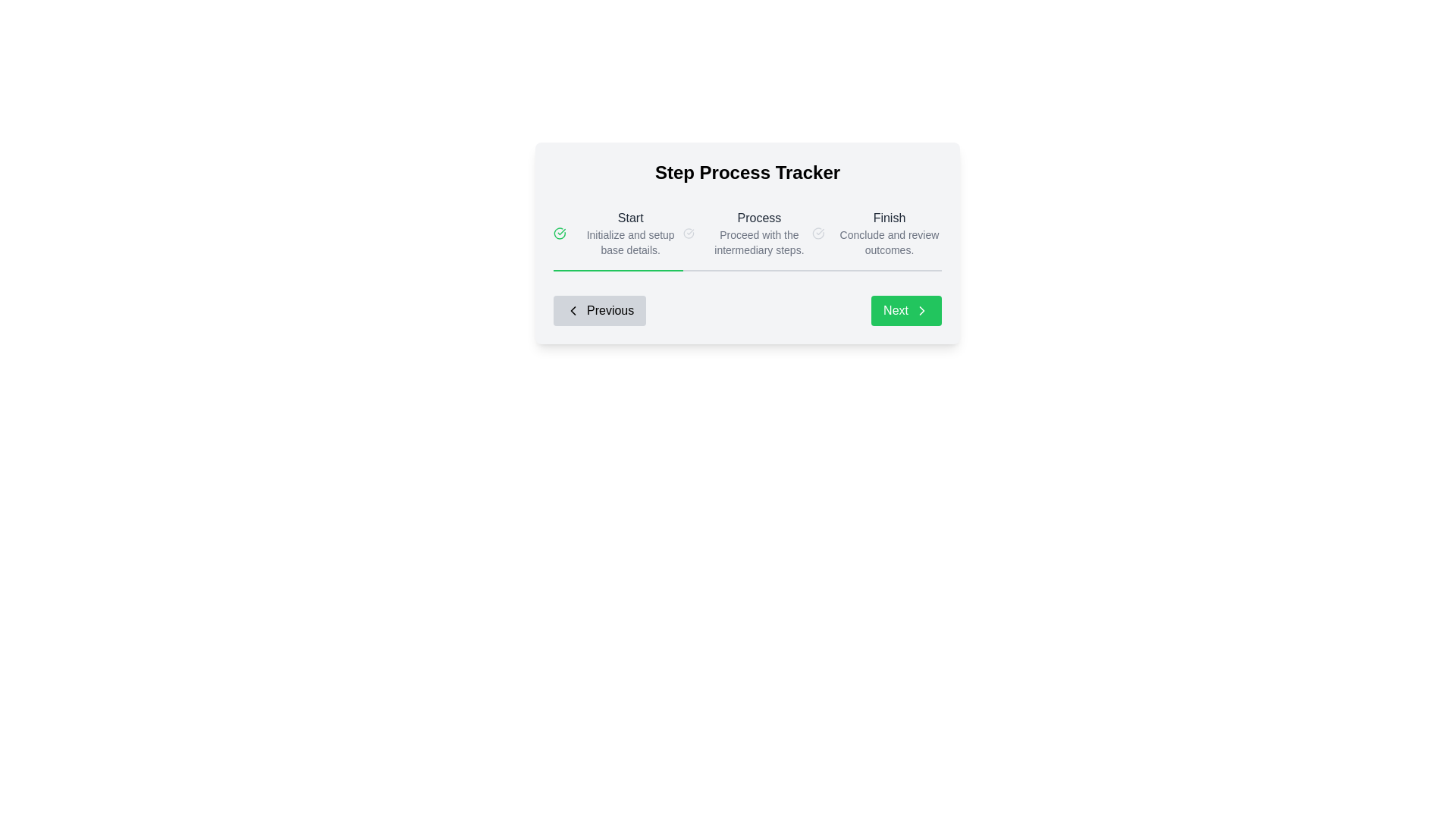  What do you see at coordinates (889, 234) in the screenshot?
I see `text content of the third text block in the process tracker, which is bold and says 'Finish', followed by a smaller text 'Conclude and review outcomes.'` at bounding box center [889, 234].